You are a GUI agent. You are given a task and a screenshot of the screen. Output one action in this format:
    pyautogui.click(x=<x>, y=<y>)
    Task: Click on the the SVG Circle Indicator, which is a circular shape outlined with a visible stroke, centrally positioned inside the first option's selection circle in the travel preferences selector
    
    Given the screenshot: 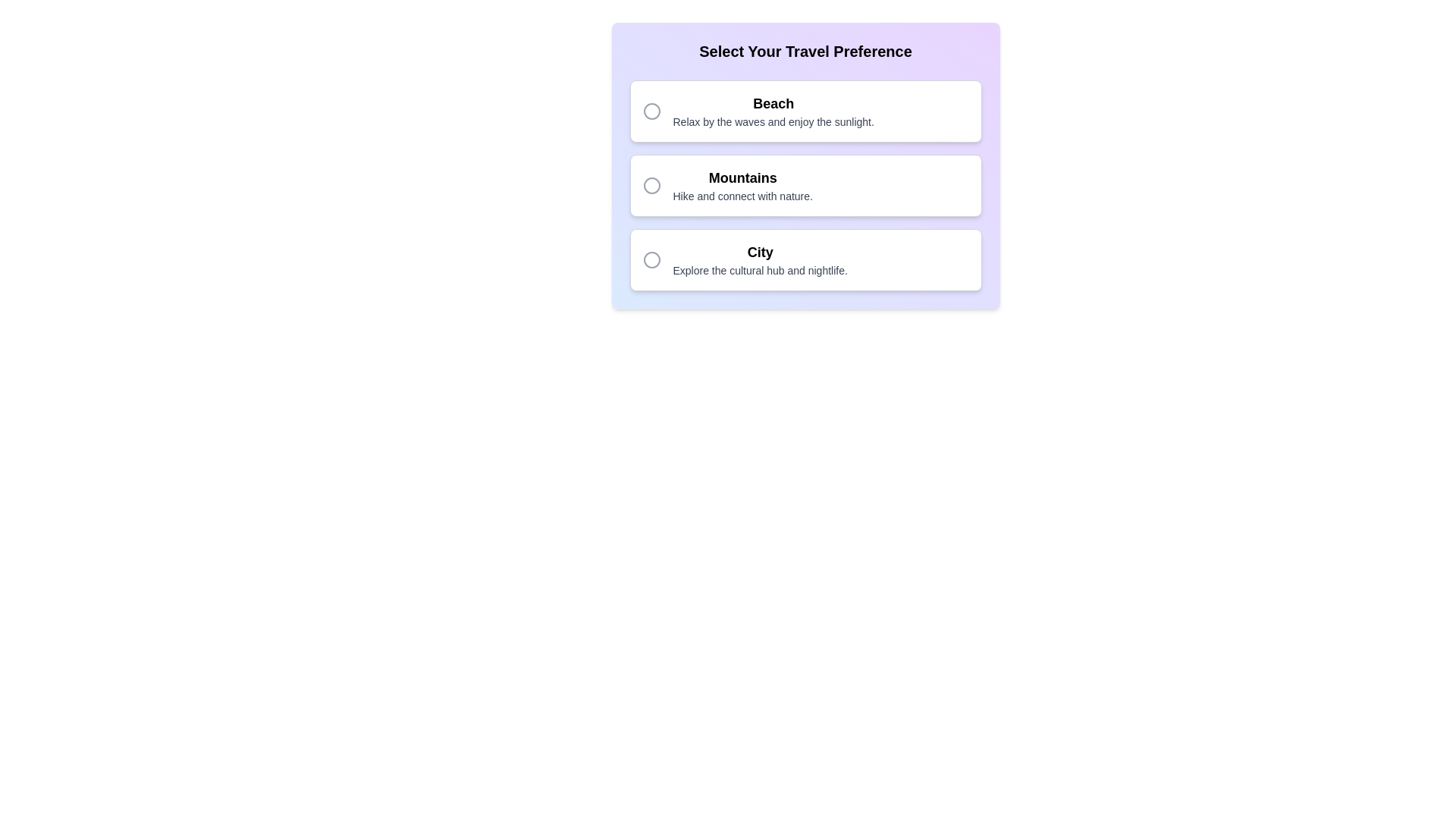 What is the action you would take?
    pyautogui.click(x=651, y=110)
    